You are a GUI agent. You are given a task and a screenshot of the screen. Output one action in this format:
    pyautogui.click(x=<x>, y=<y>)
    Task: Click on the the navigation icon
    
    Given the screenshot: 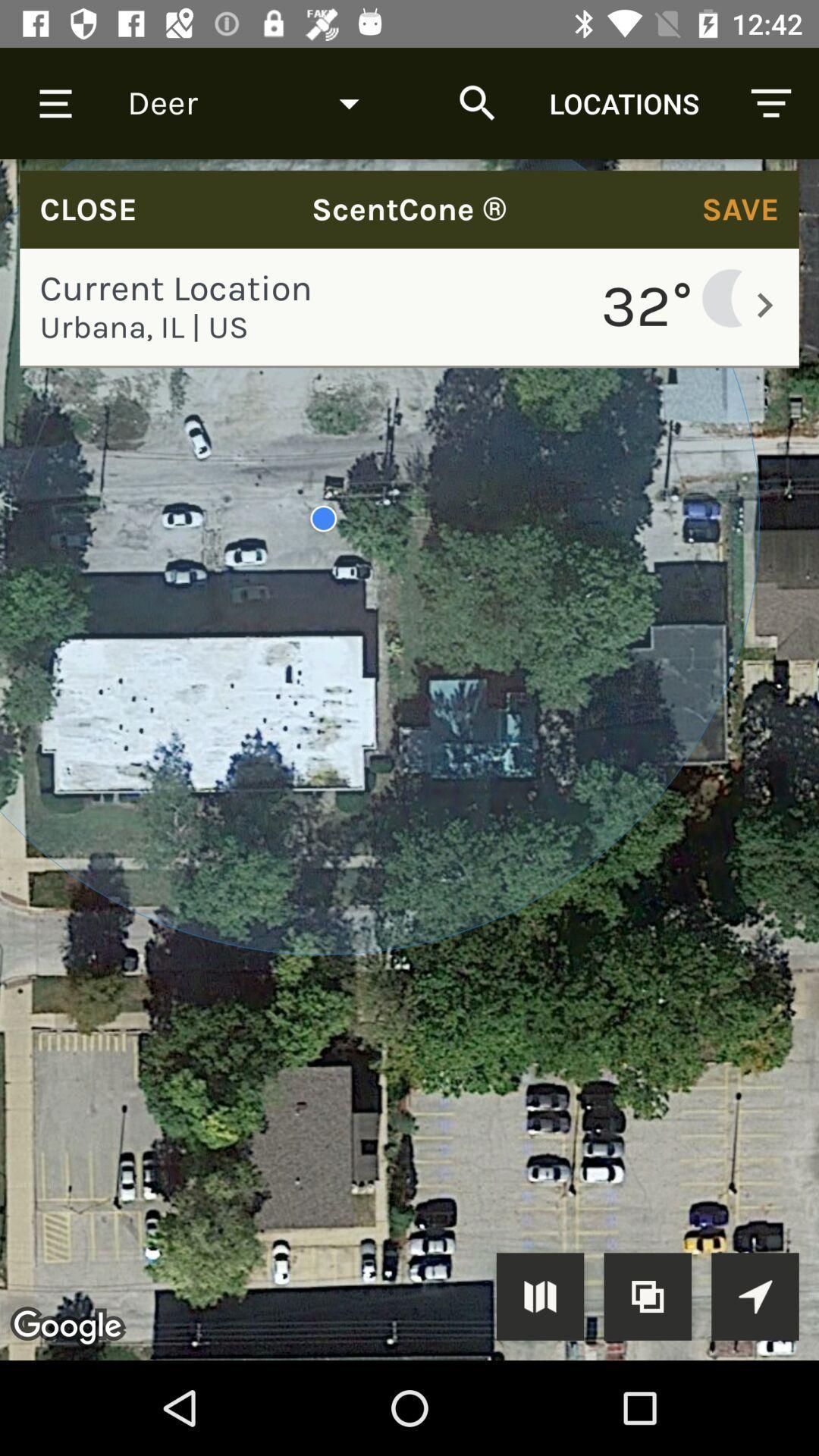 What is the action you would take?
    pyautogui.click(x=755, y=1295)
    